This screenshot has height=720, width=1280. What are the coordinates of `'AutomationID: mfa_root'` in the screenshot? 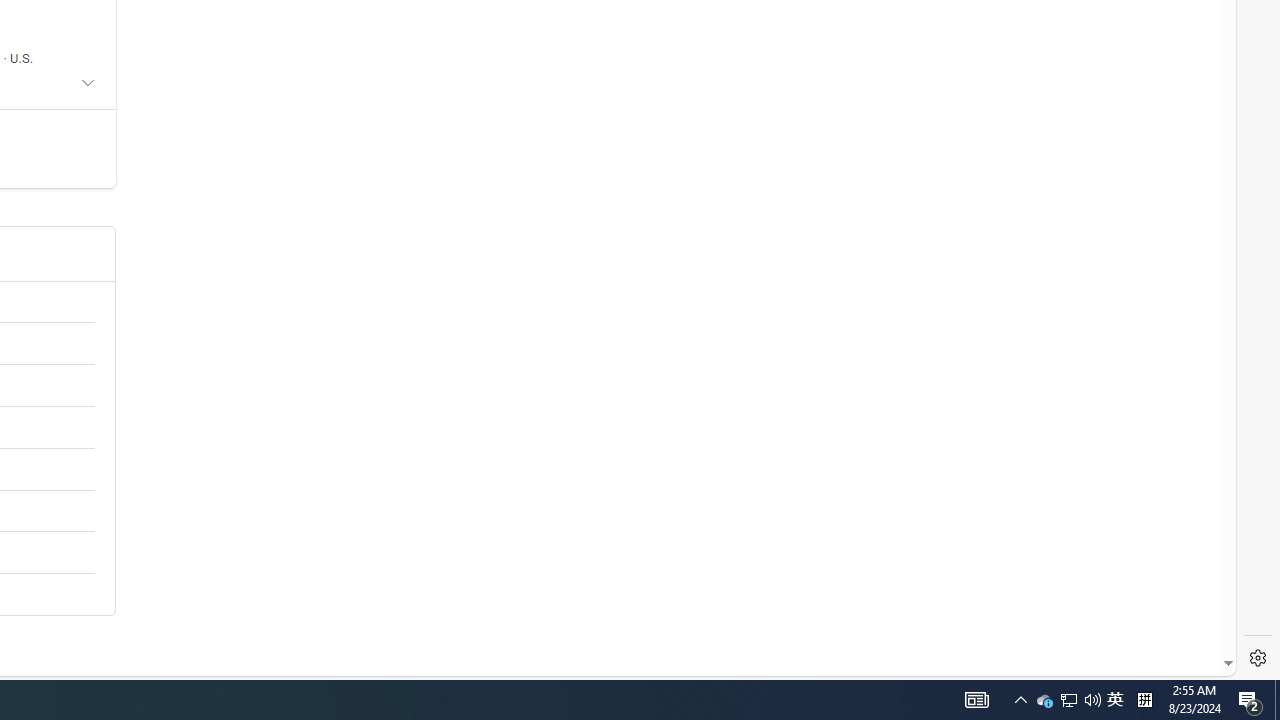 It's located at (1153, 602).